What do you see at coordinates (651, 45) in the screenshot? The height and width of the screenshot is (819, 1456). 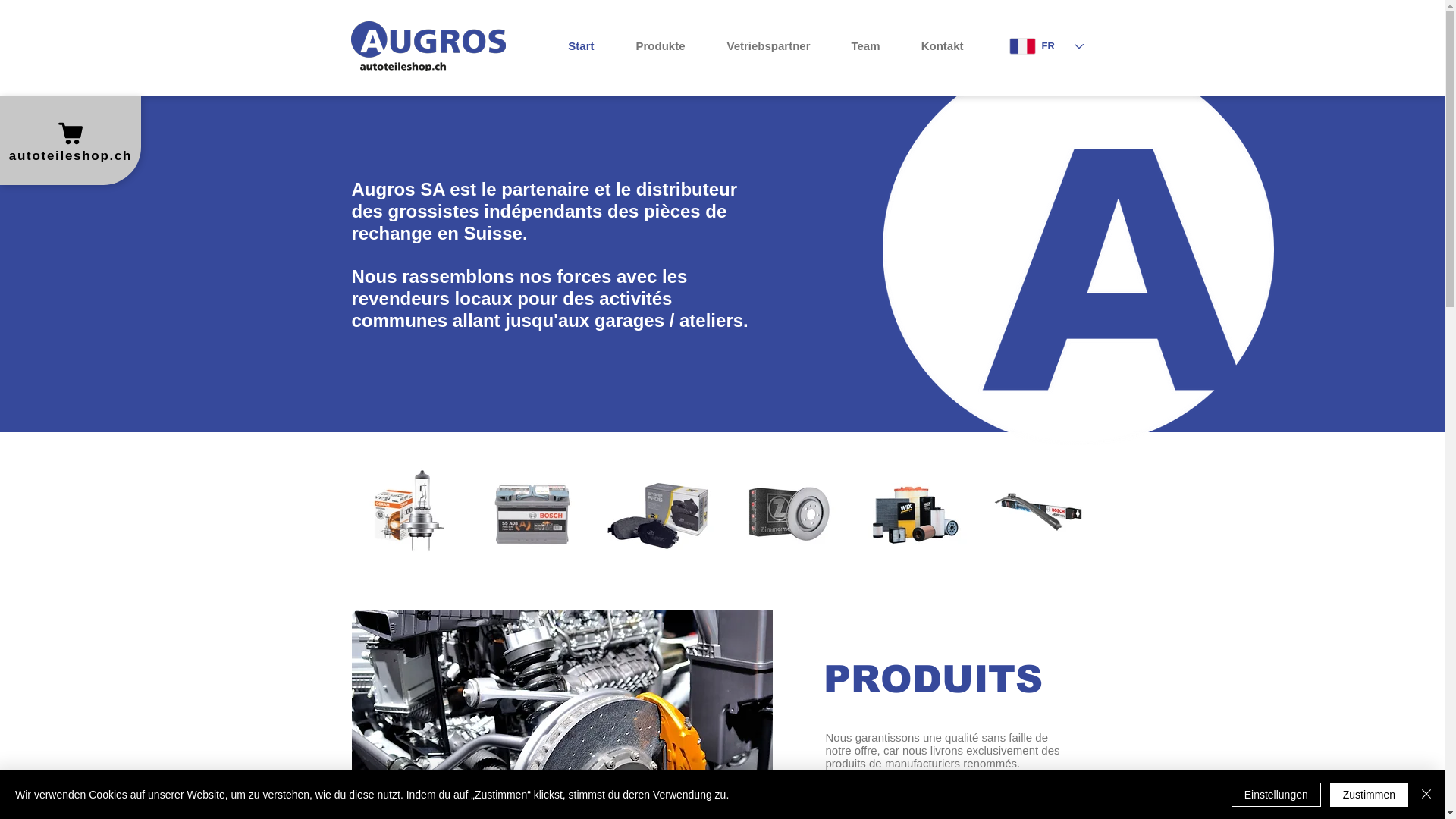 I see `'Produkte'` at bounding box center [651, 45].